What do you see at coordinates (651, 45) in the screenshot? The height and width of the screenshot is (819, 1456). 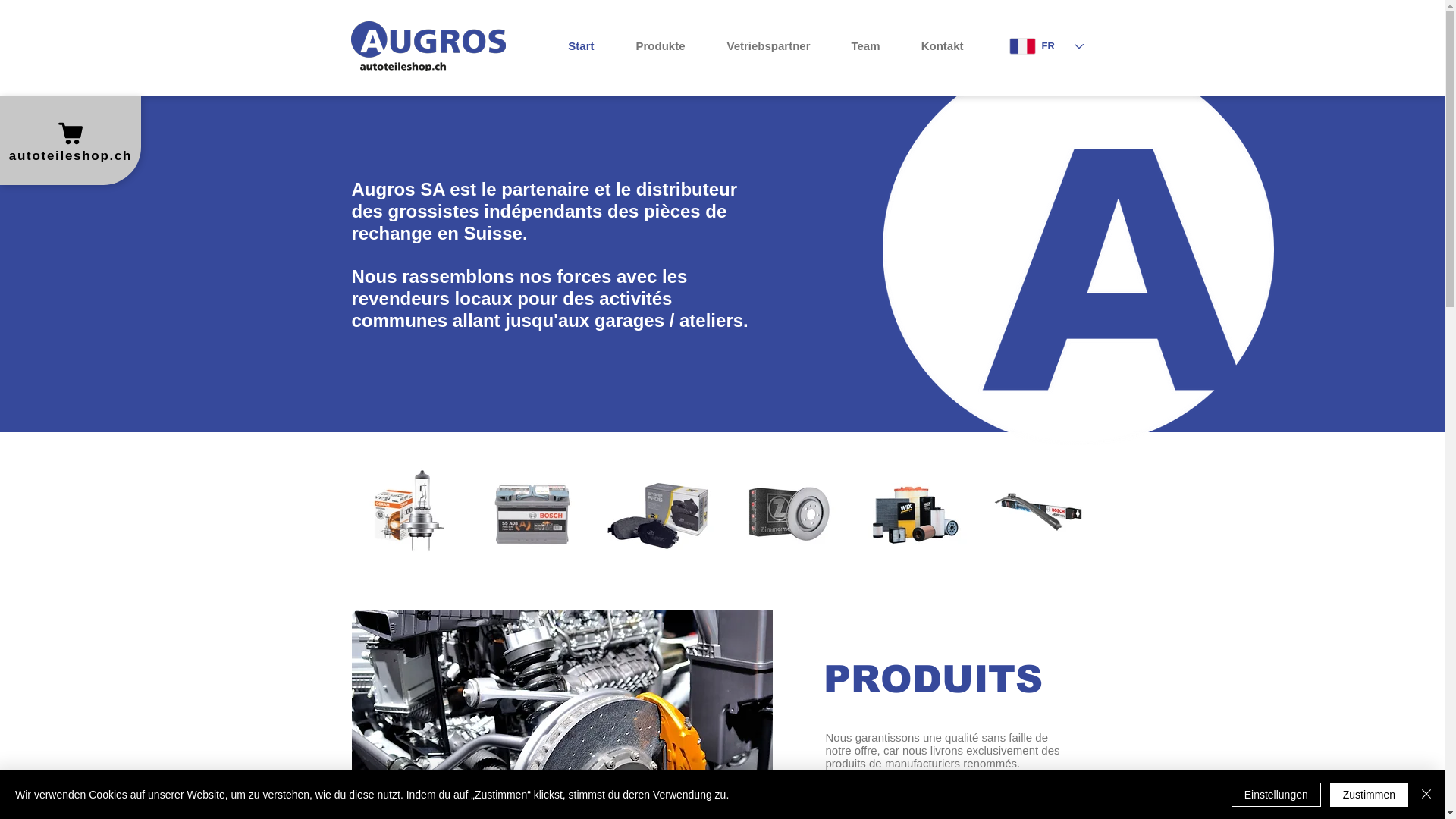 I see `'Produkte'` at bounding box center [651, 45].